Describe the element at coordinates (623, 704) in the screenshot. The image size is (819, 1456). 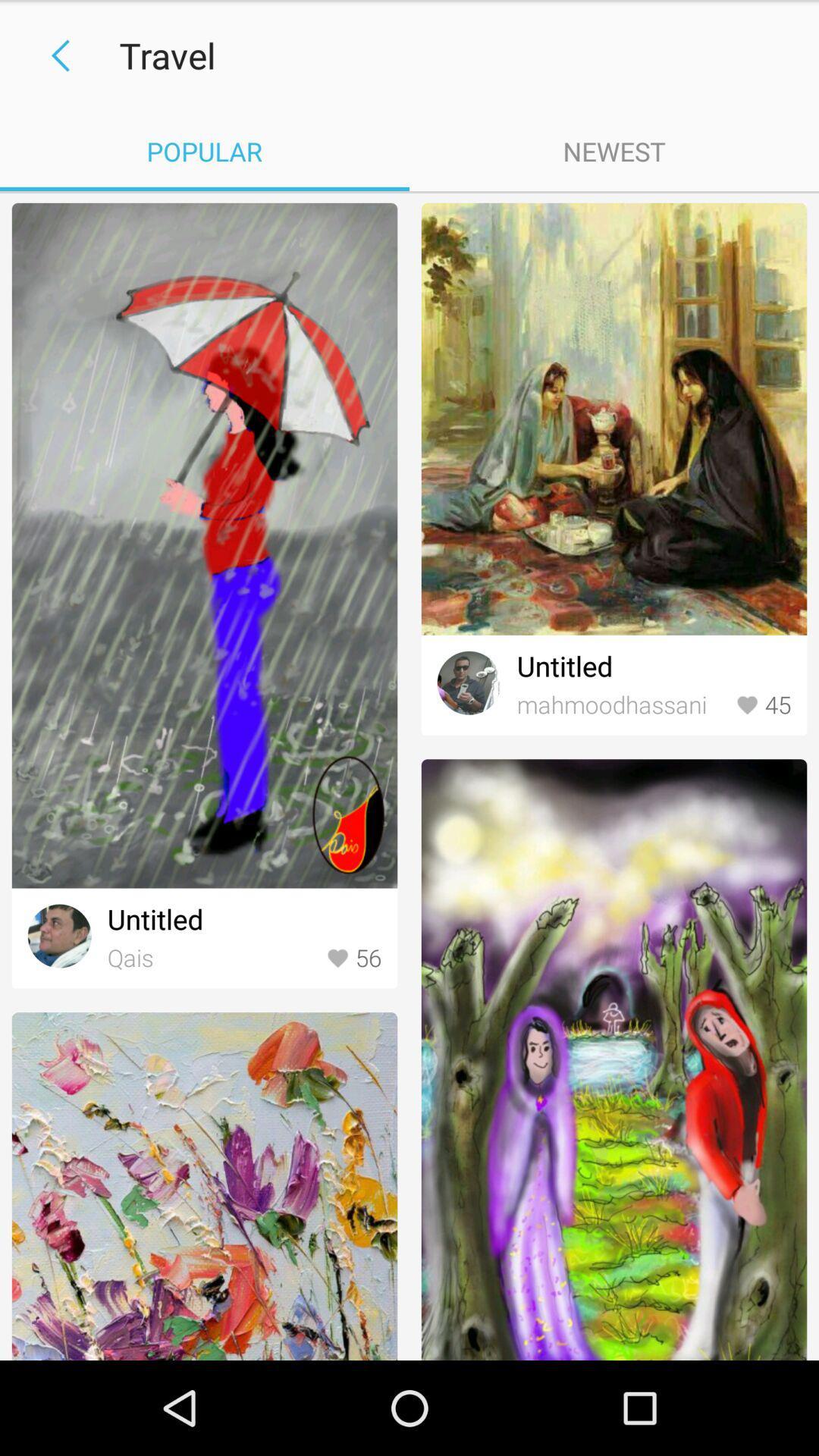
I see `the icon next to 45 icon` at that location.